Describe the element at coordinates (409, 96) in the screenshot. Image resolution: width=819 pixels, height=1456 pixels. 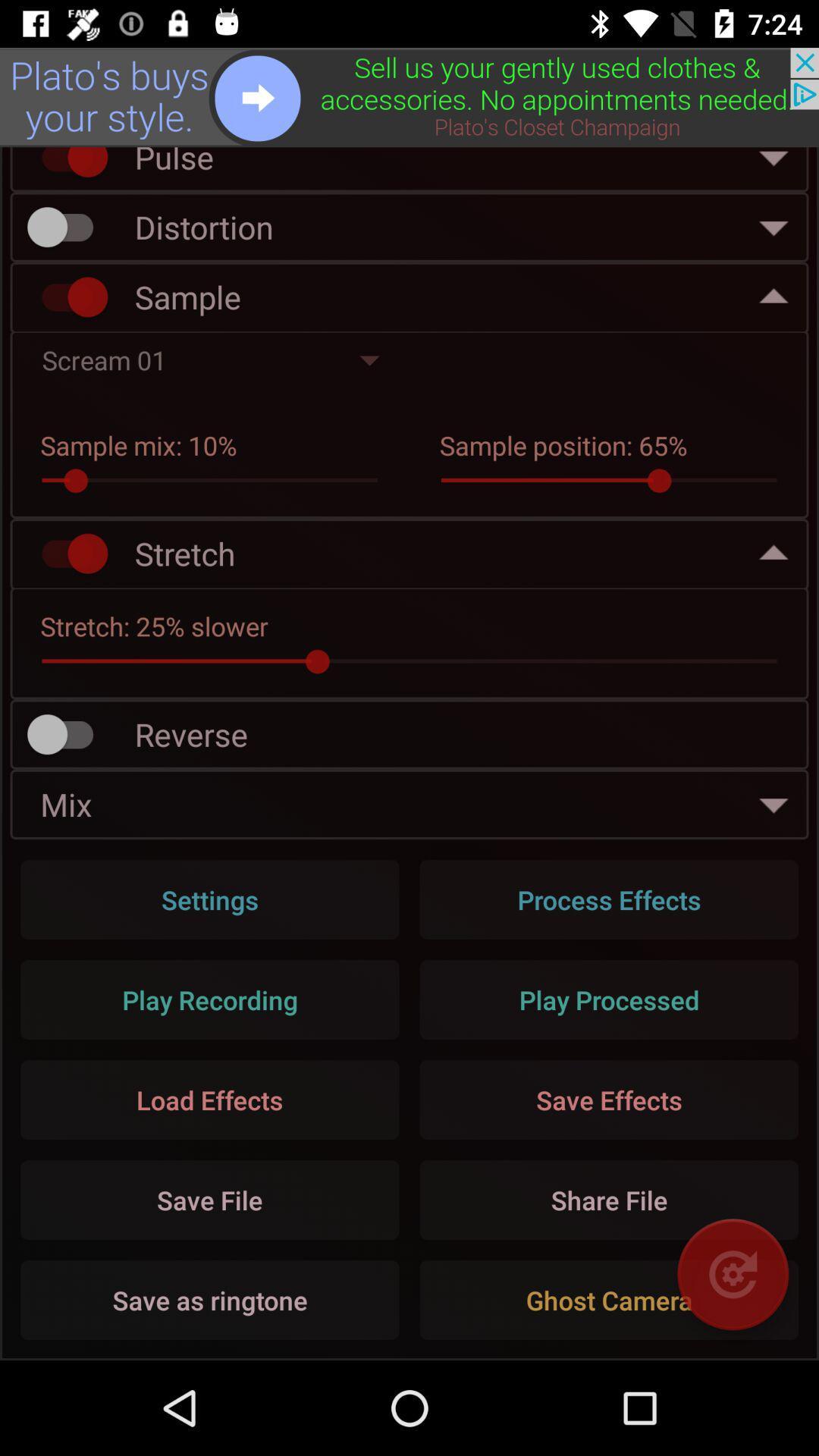
I see `advertisement` at that location.